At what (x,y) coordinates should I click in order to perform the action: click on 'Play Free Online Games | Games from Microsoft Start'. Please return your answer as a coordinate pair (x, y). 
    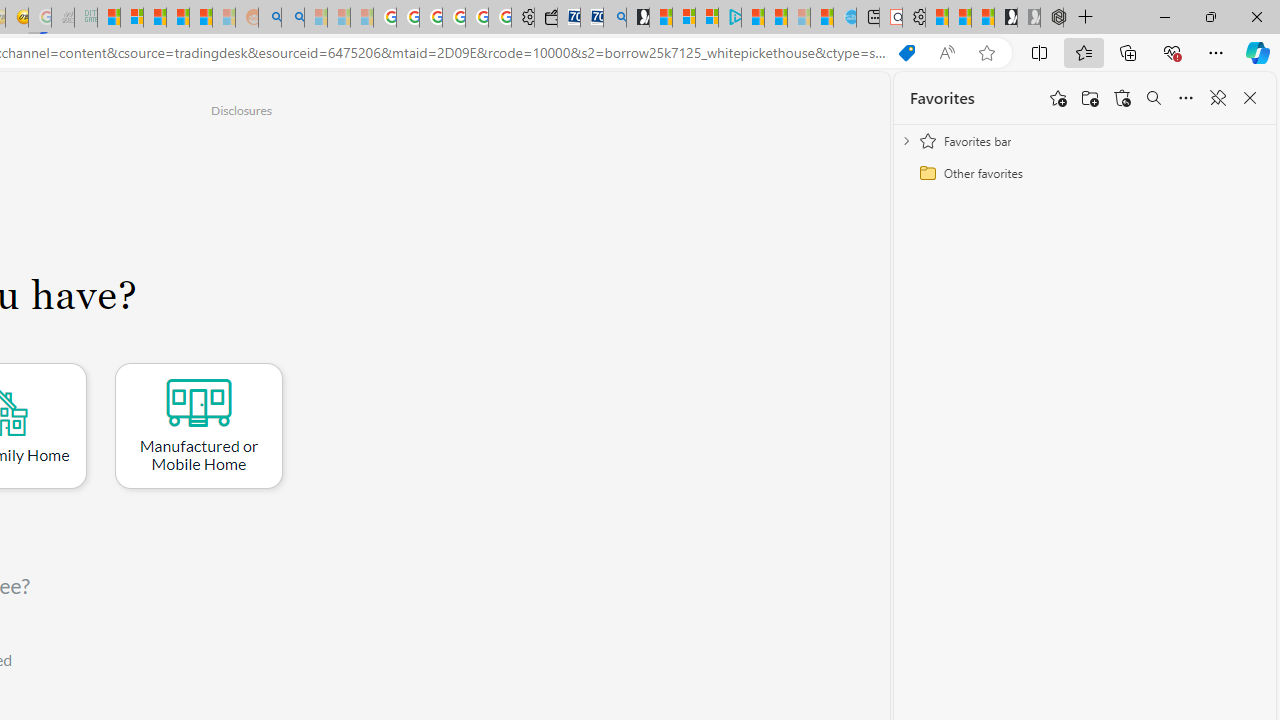
    Looking at the image, I should click on (1006, 17).